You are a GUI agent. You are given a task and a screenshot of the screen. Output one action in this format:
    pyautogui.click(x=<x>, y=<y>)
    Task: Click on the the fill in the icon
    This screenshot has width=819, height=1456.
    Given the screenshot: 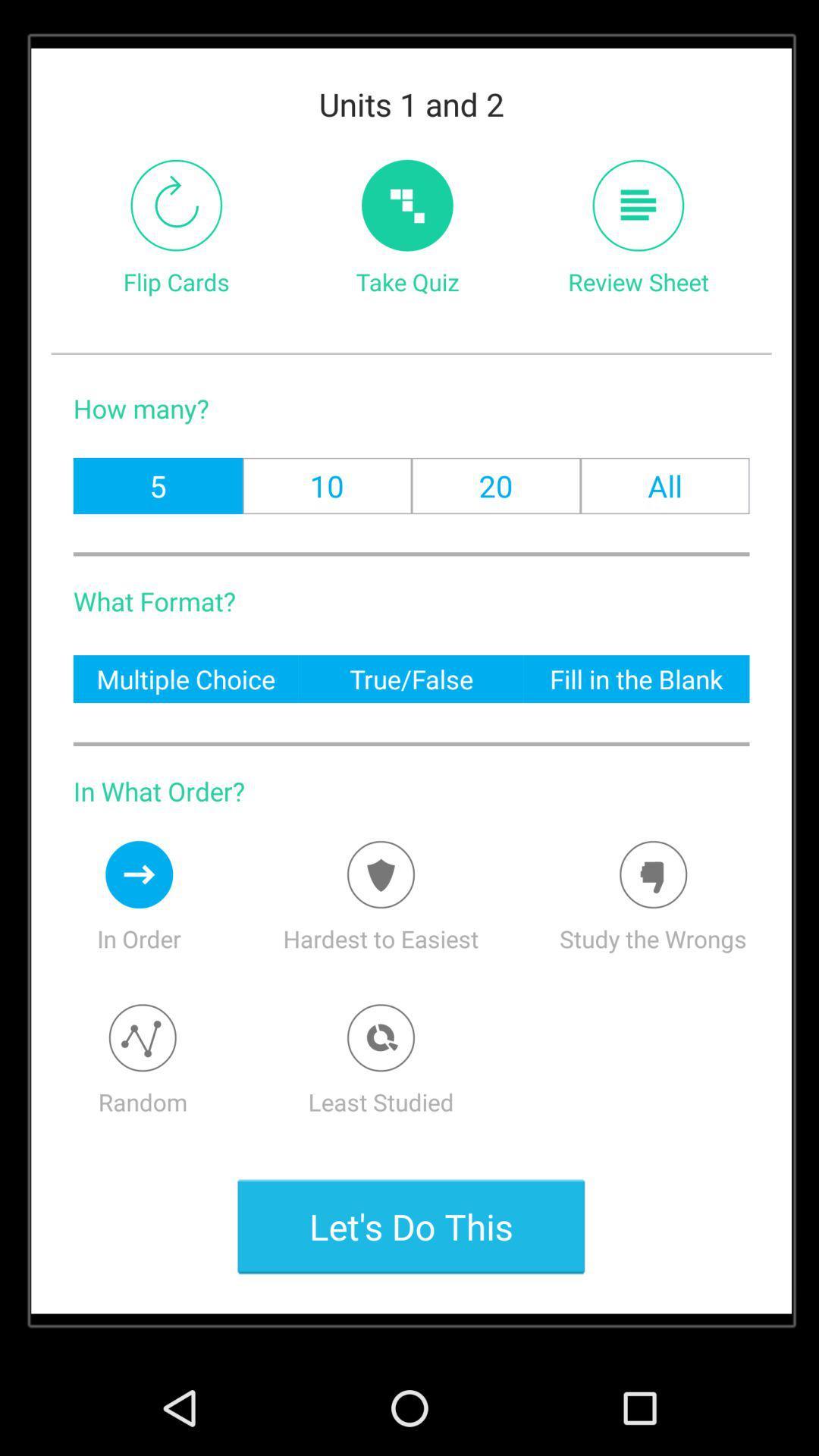 What is the action you would take?
    pyautogui.click(x=636, y=678)
    